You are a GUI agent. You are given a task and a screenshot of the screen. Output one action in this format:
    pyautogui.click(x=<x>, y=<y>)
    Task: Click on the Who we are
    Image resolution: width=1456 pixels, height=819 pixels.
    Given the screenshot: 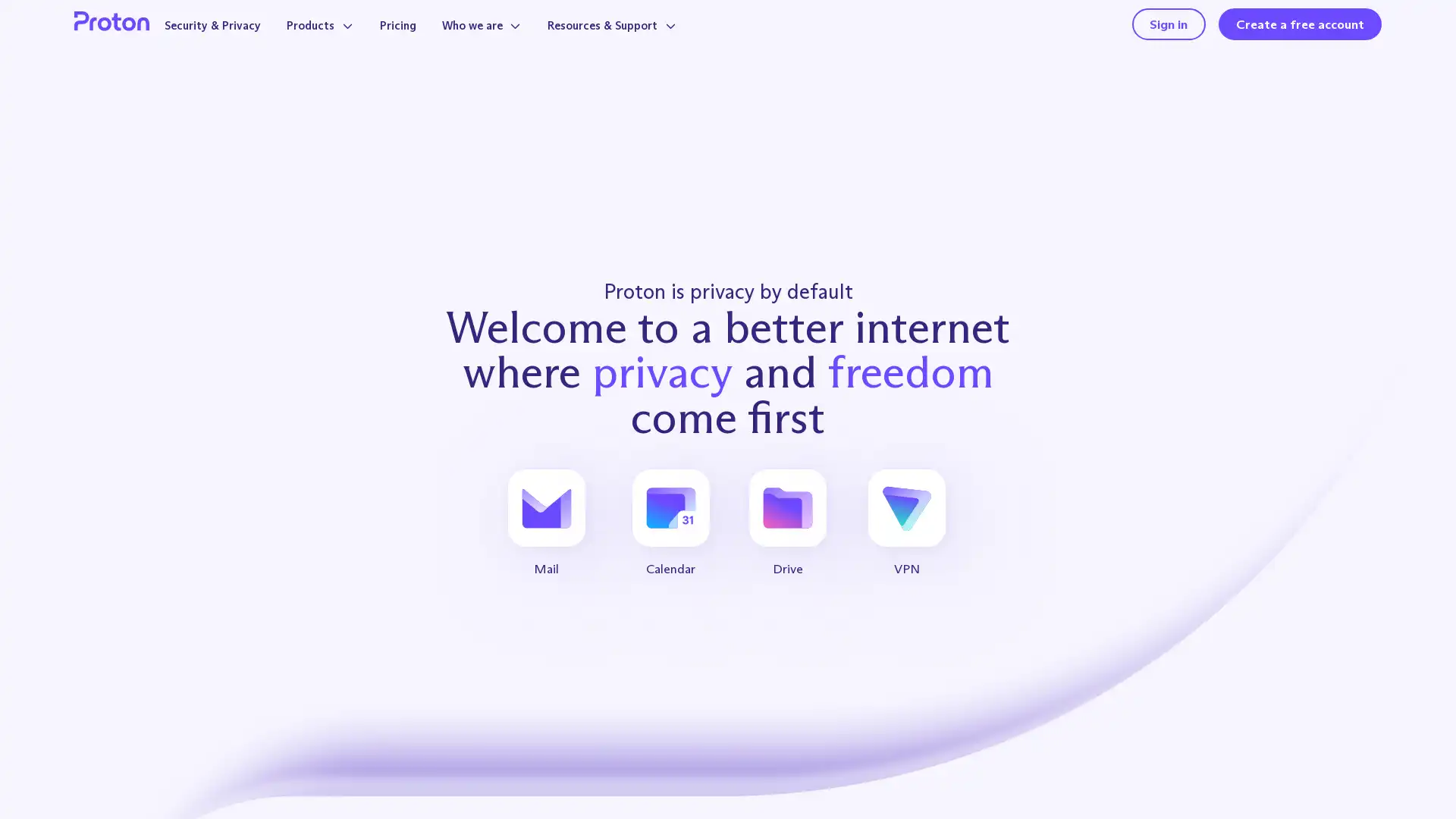 What is the action you would take?
    pyautogui.click(x=515, y=39)
    